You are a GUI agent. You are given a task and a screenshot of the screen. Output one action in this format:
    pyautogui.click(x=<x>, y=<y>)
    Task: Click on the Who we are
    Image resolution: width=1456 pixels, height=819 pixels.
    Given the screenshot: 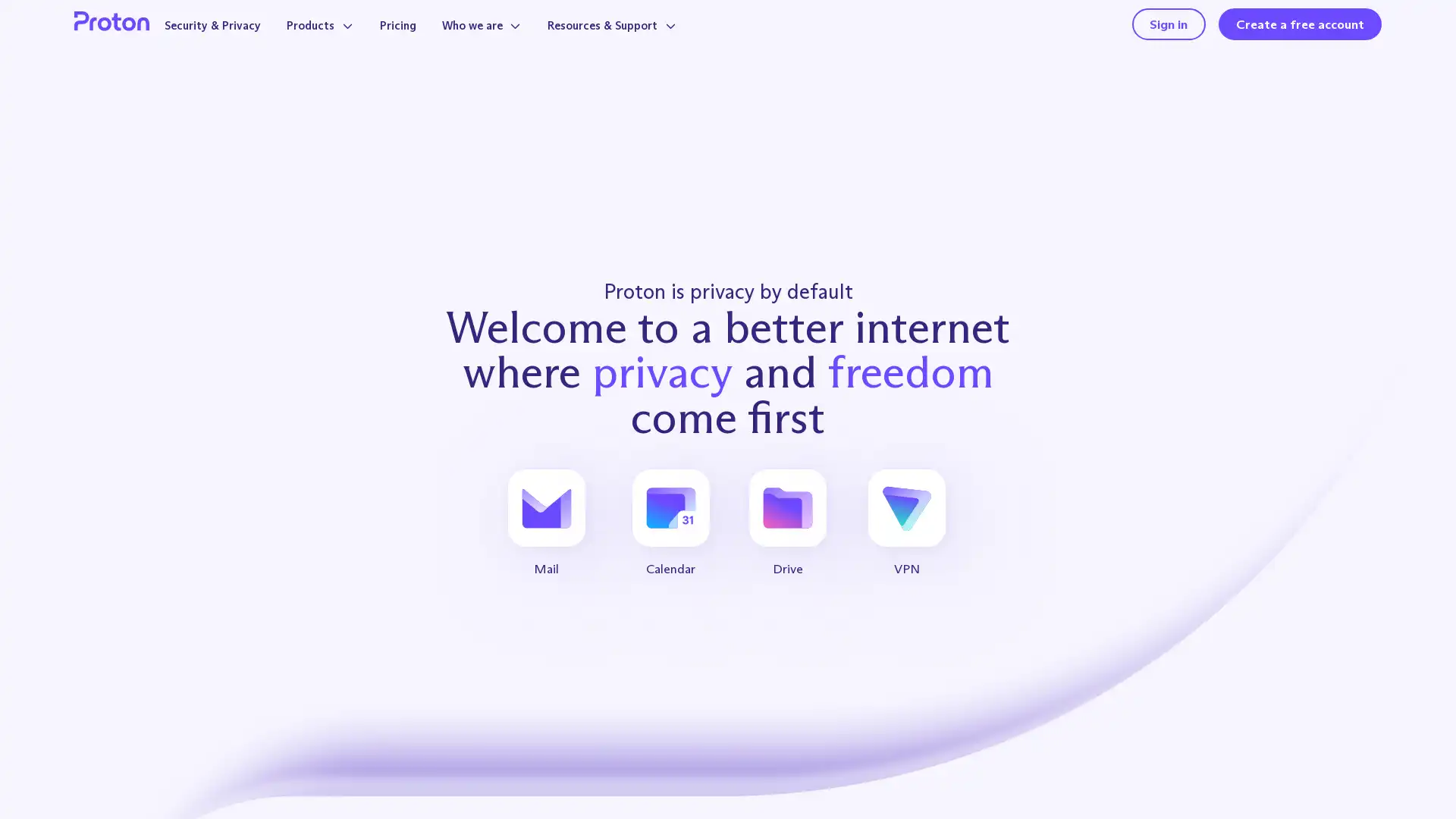 What is the action you would take?
    pyautogui.click(x=515, y=39)
    